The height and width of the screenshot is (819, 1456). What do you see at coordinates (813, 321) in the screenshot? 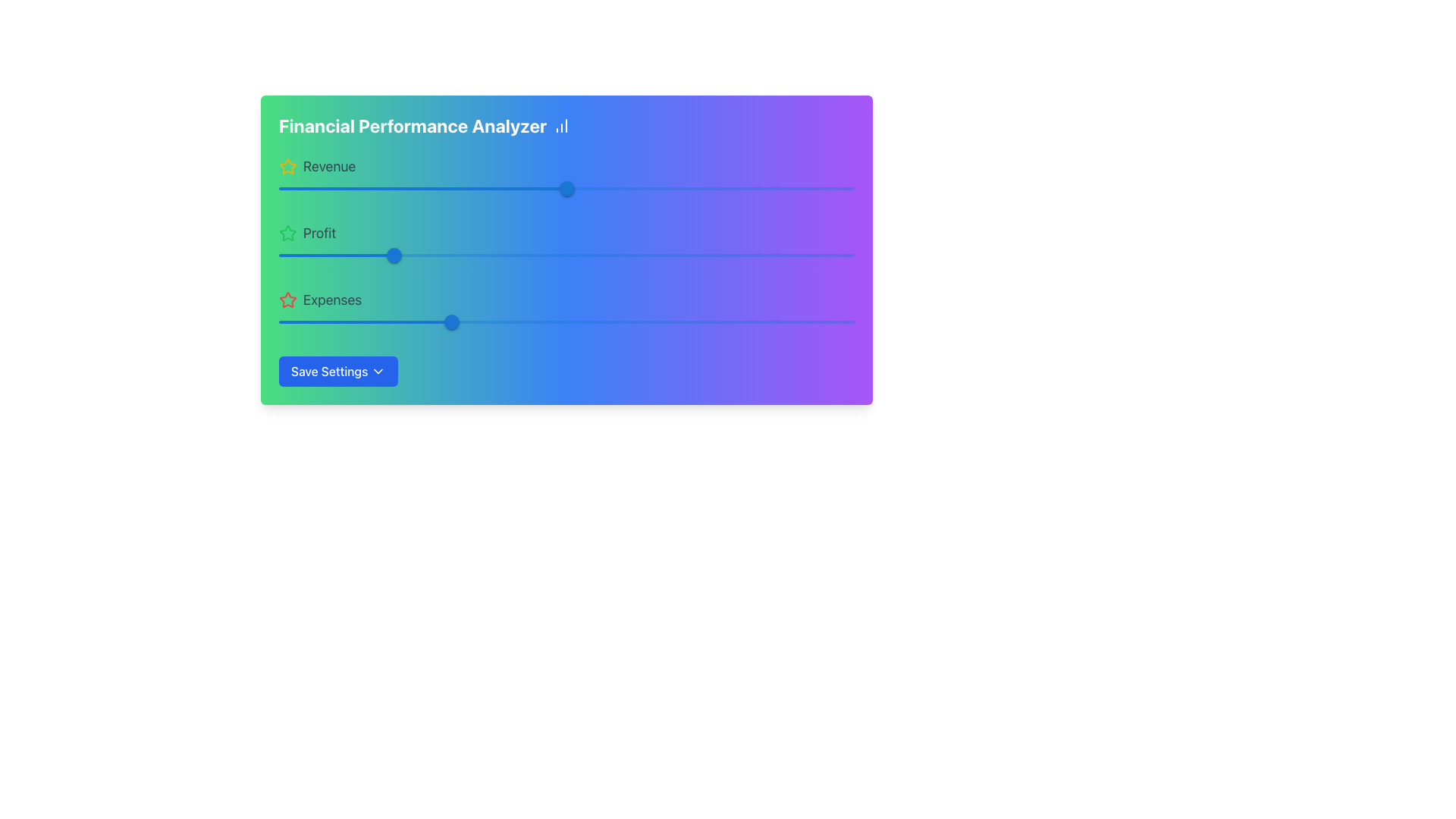
I see `the Expenses slider` at bounding box center [813, 321].